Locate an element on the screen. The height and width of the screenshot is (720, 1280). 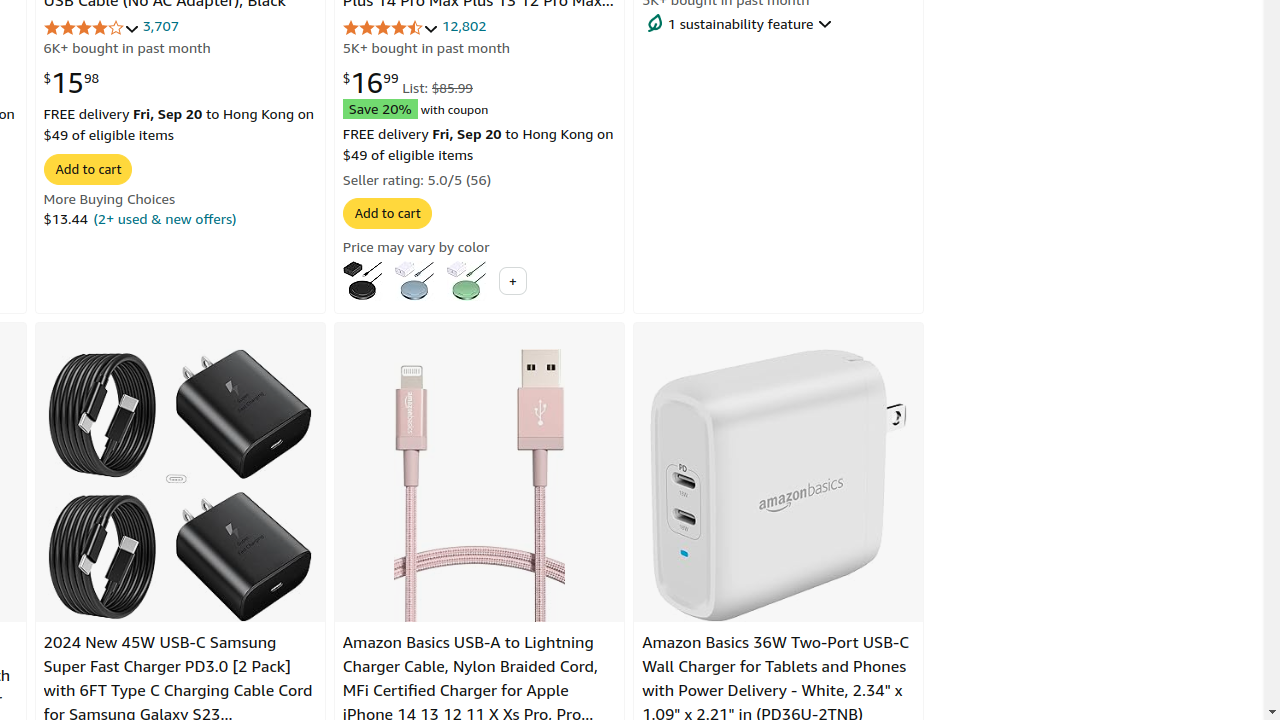
'Amazon Basics USB-A to Lightning Charger Cable, Nylon Braided Cord, MFi Certified Charger for Apple iPhone 14 13 12 11 X X...' is located at coordinates (478, 484).